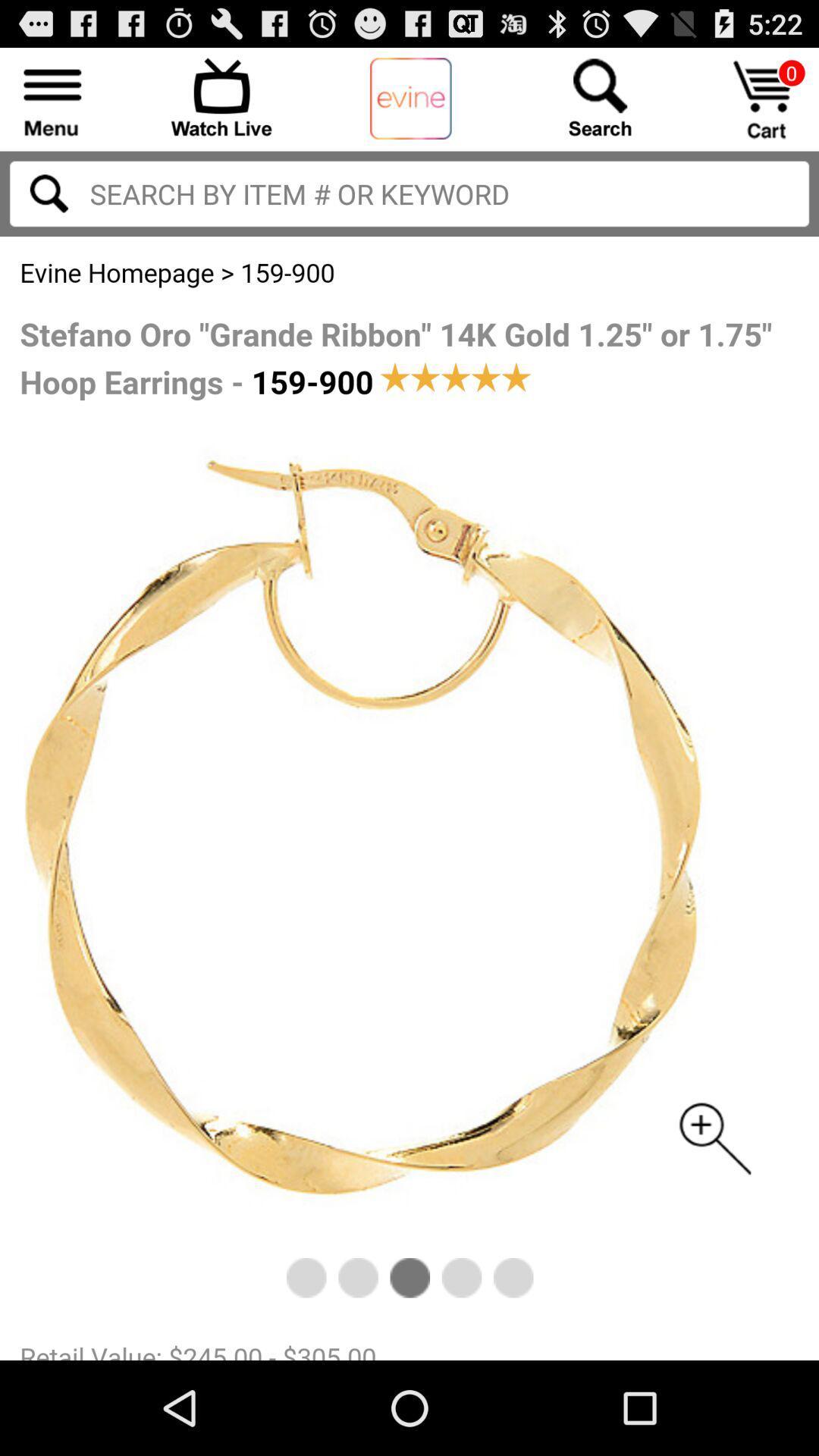 The height and width of the screenshot is (1456, 819). What do you see at coordinates (48, 193) in the screenshot?
I see `input search terms` at bounding box center [48, 193].